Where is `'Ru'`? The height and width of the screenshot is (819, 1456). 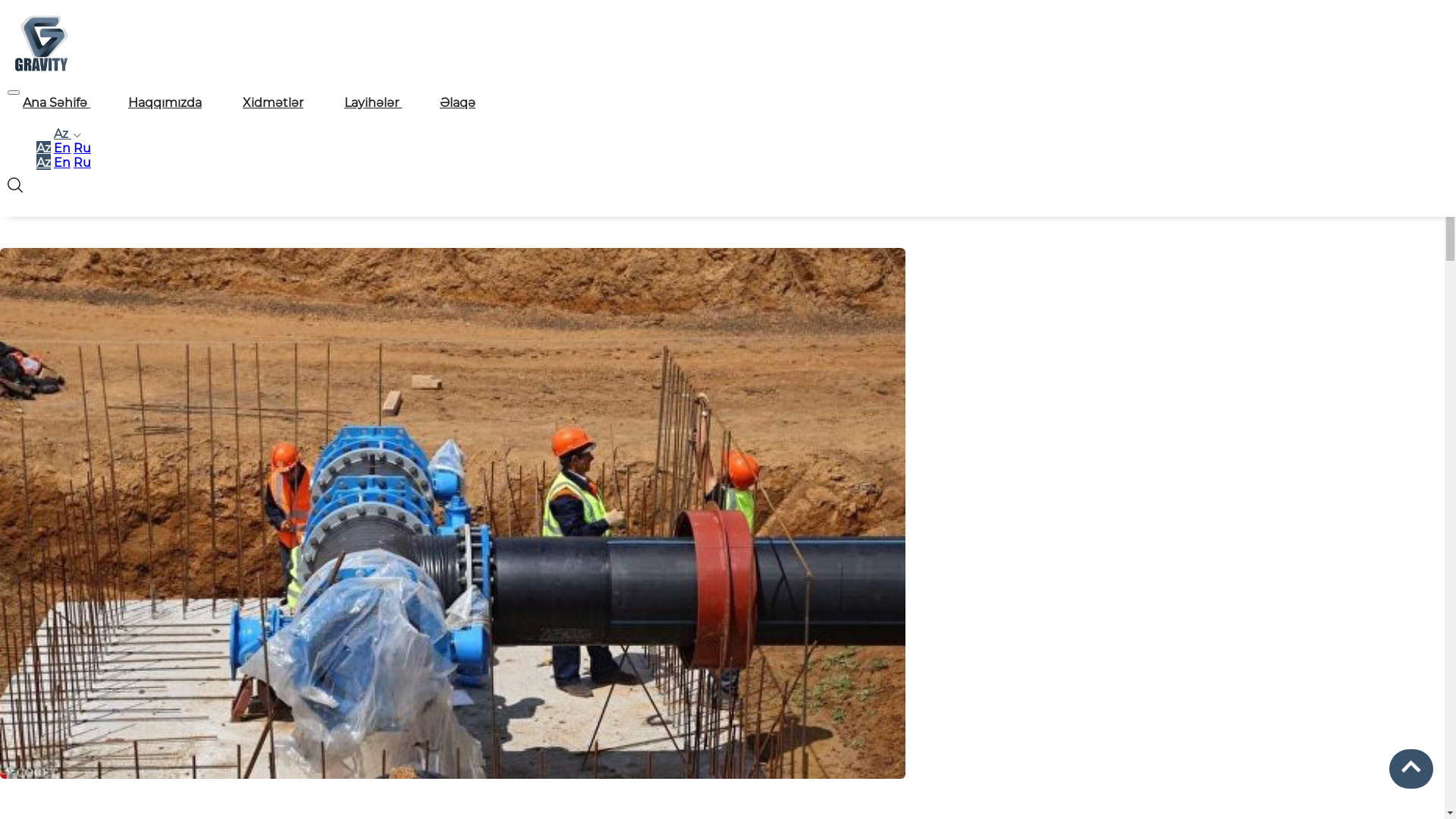 'Ru' is located at coordinates (81, 162).